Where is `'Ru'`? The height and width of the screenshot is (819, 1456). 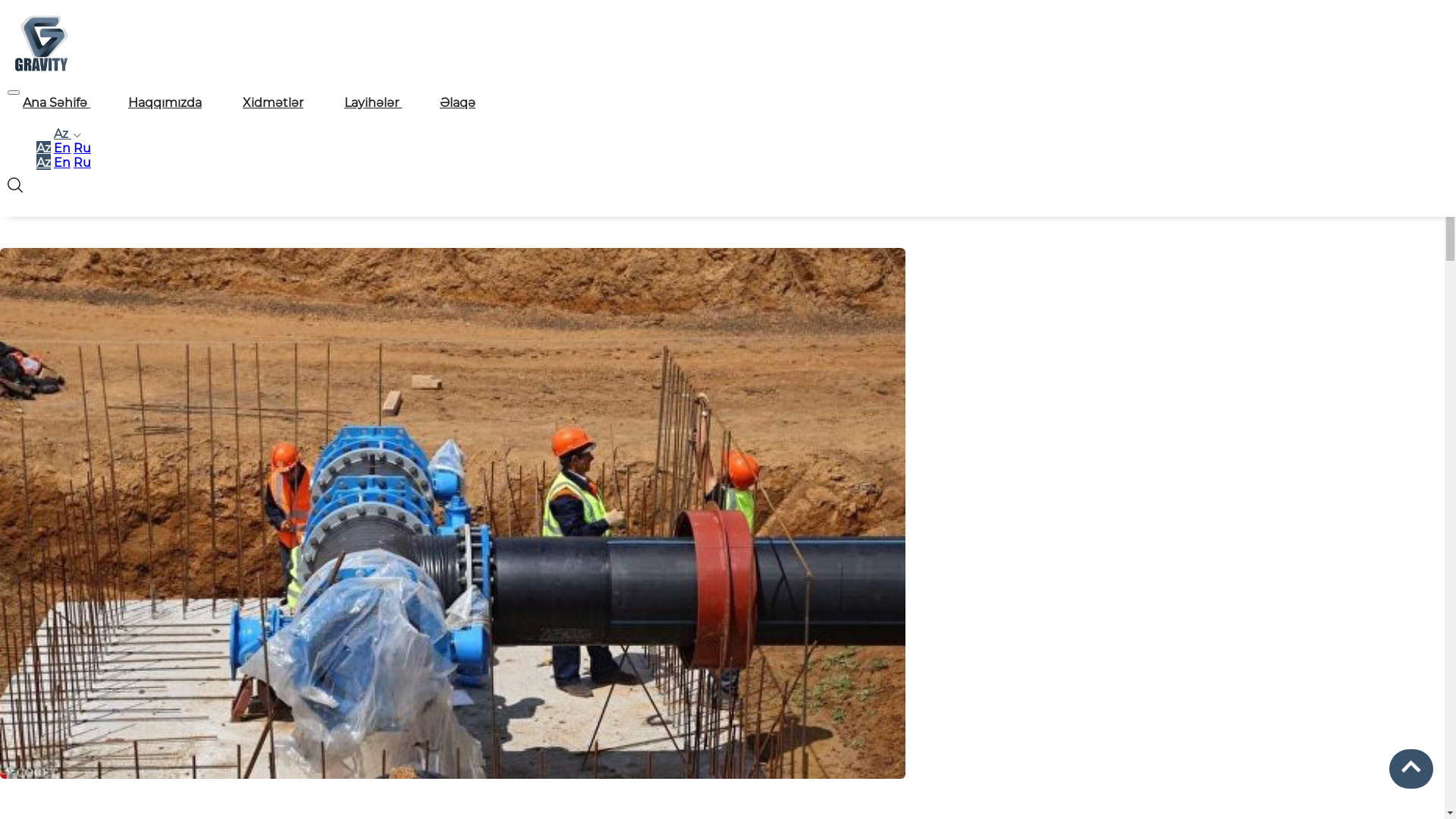 'Ru' is located at coordinates (81, 162).